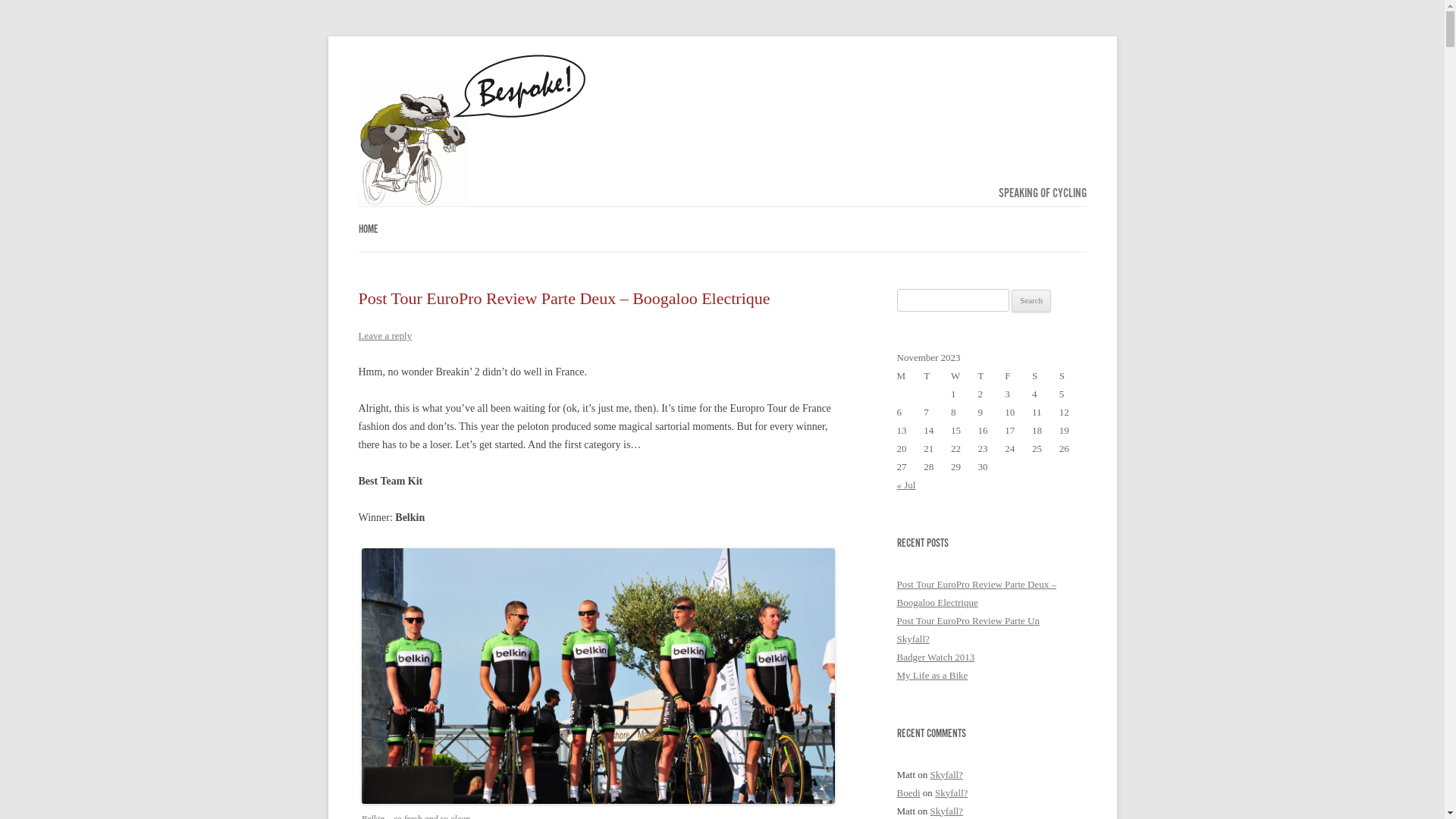  I want to click on 'HOME', so click(367, 229).